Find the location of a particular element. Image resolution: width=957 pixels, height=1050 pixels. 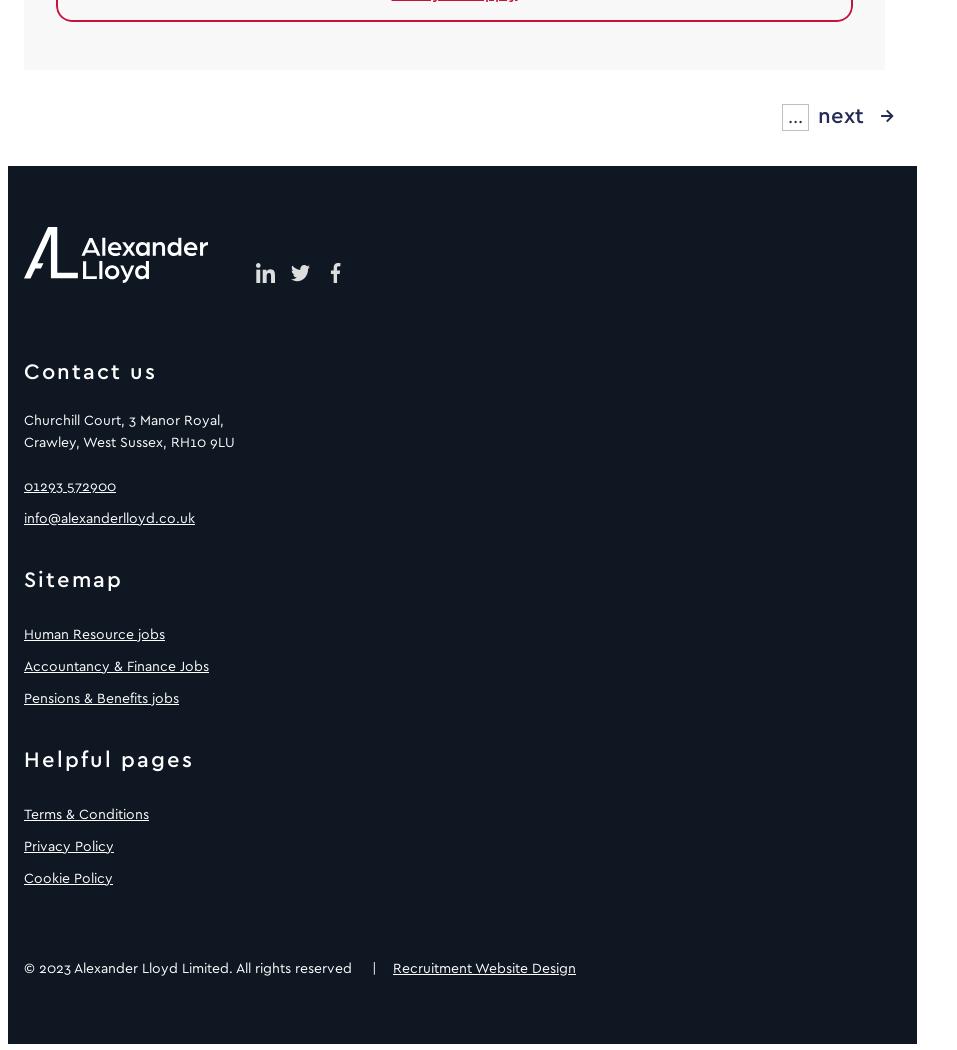

'Crawley, West Sussex, RH10 9LU' is located at coordinates (129, 441).